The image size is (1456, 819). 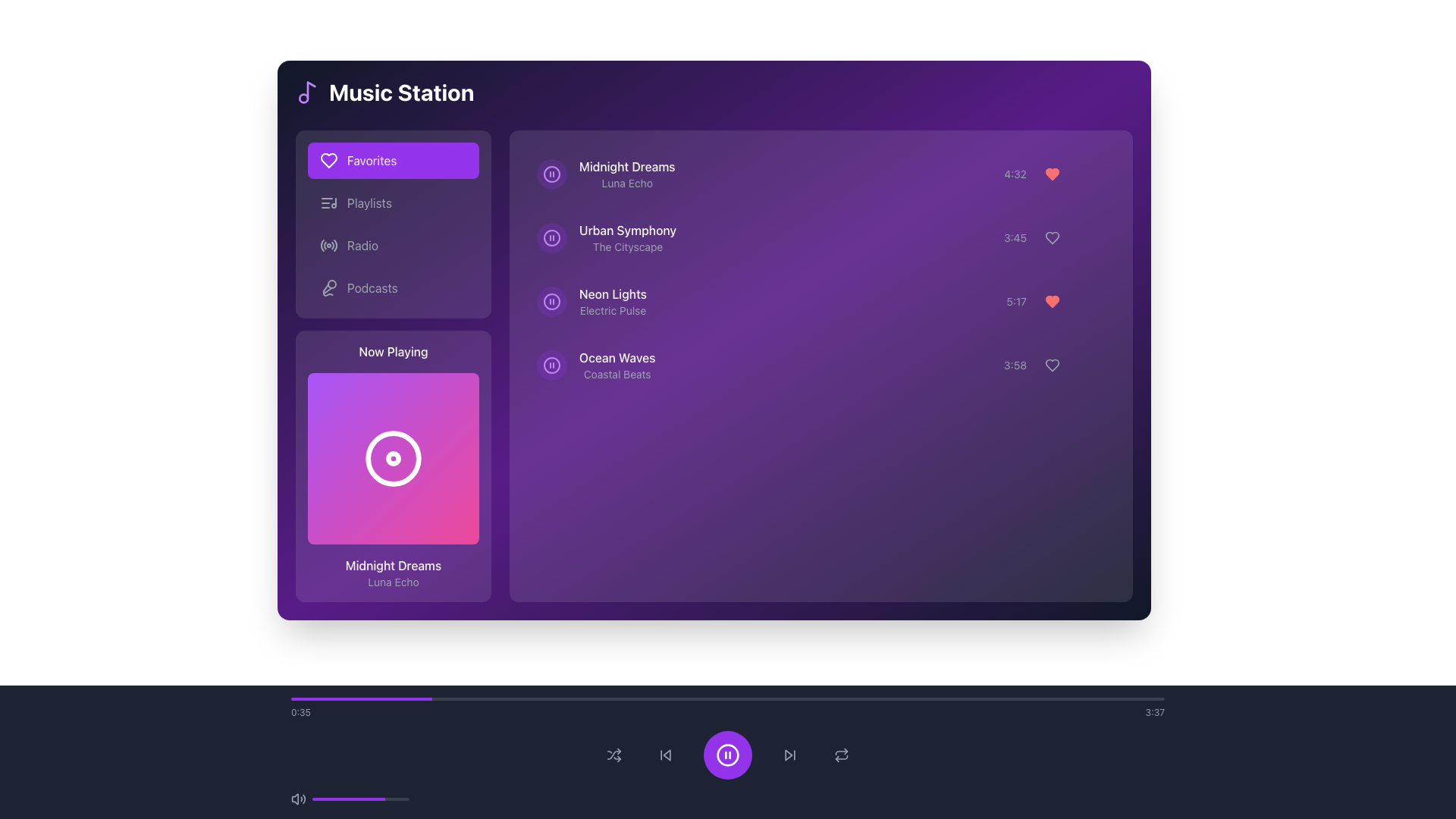 I want to click on the topmost text label displaying the duration or timestamp of a track in the playlist interface, so click(x=1015, y=174).